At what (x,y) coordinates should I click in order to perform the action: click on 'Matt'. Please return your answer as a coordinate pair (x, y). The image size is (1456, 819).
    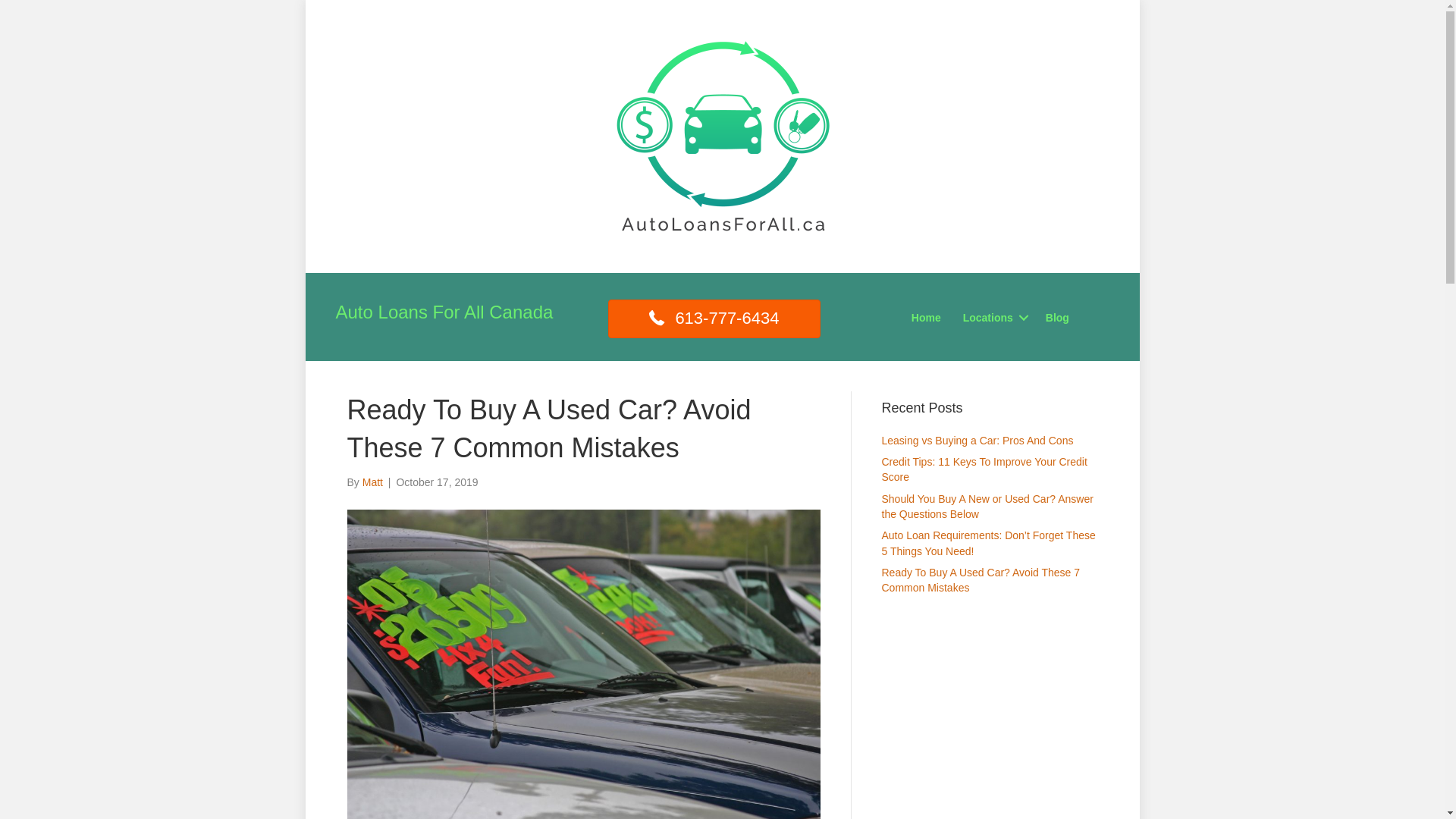
    Looking at the image, I should click on (362, 482).